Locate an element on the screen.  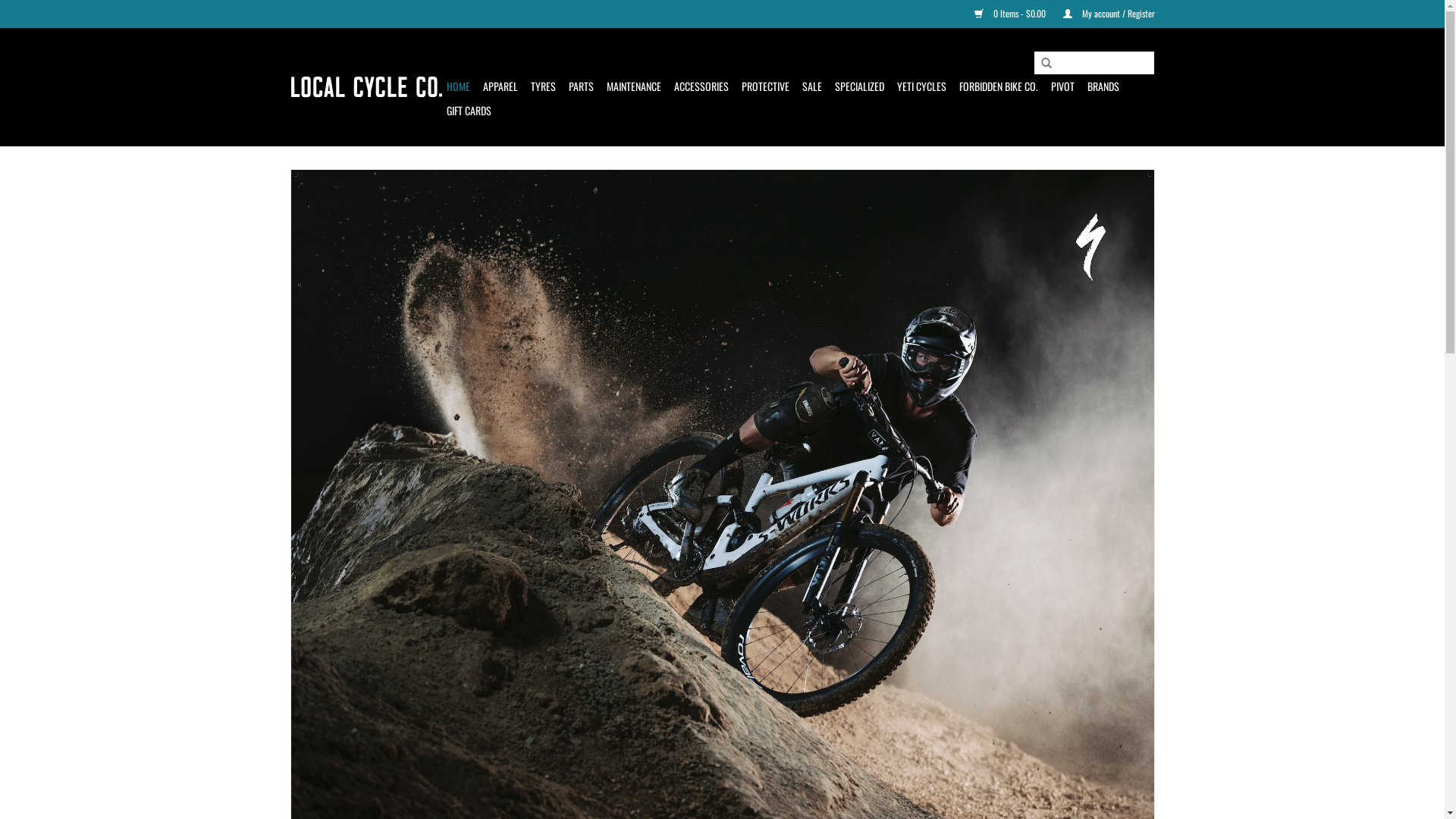
'HOME' is located at coordinates (457, 86).